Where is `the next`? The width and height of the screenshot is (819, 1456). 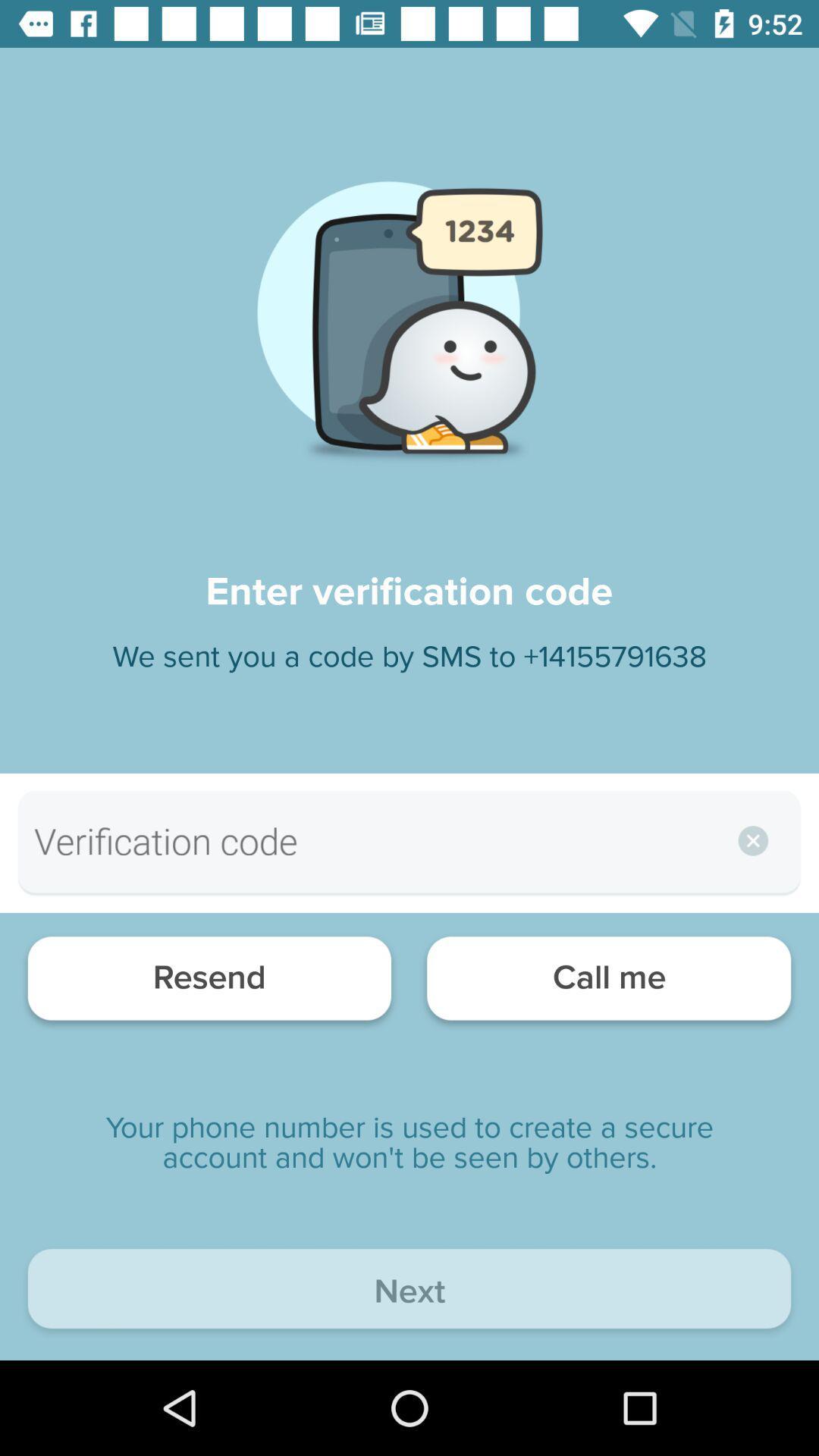 the next is located at coordinates (409, 1291).